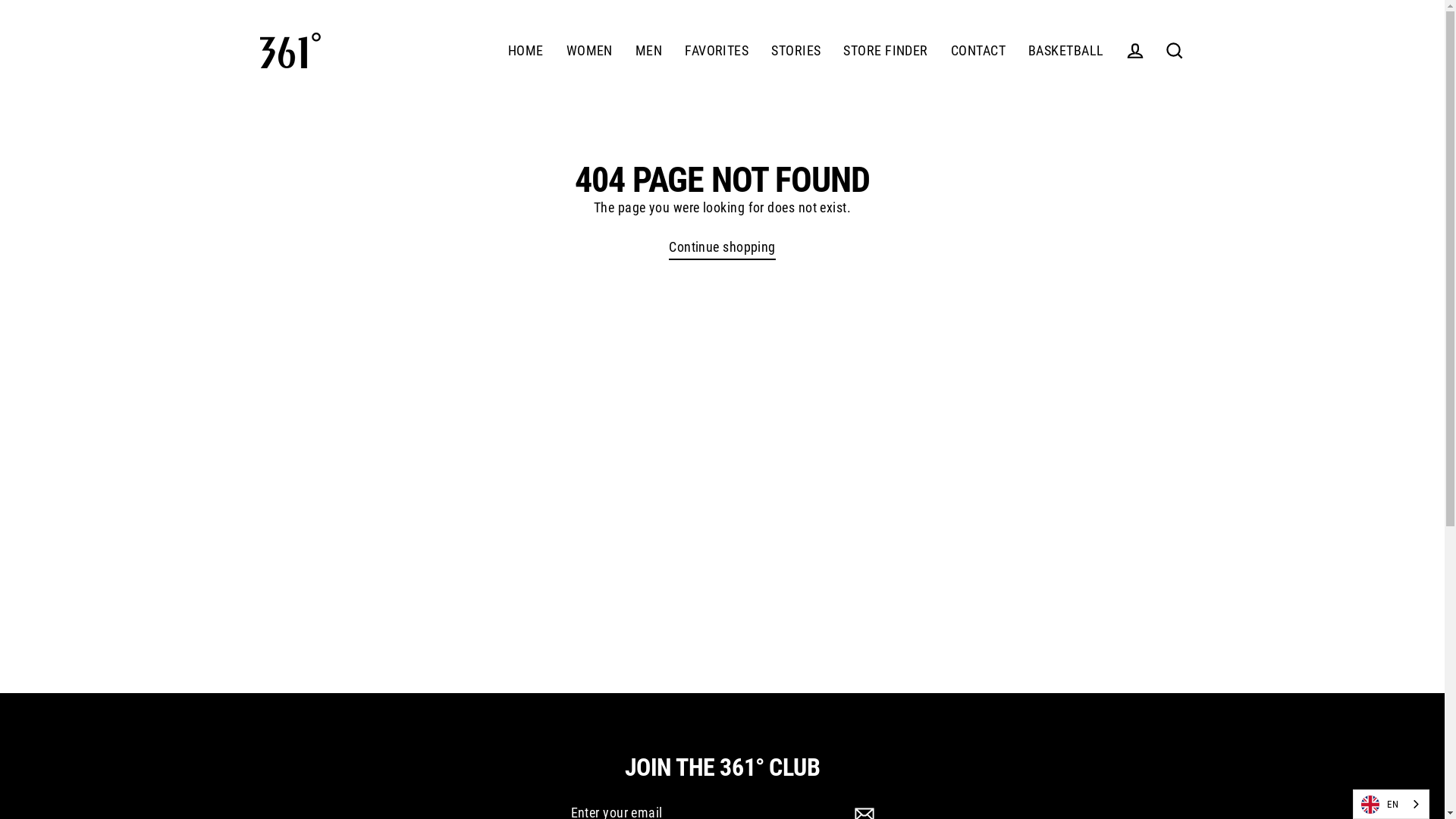 Image resolution: width=1456 pixels, height=819 pixels. What do you see at coordinates (623, 49) in the screenshot?
I see `'MEN'` at bounding box center [623, 49].